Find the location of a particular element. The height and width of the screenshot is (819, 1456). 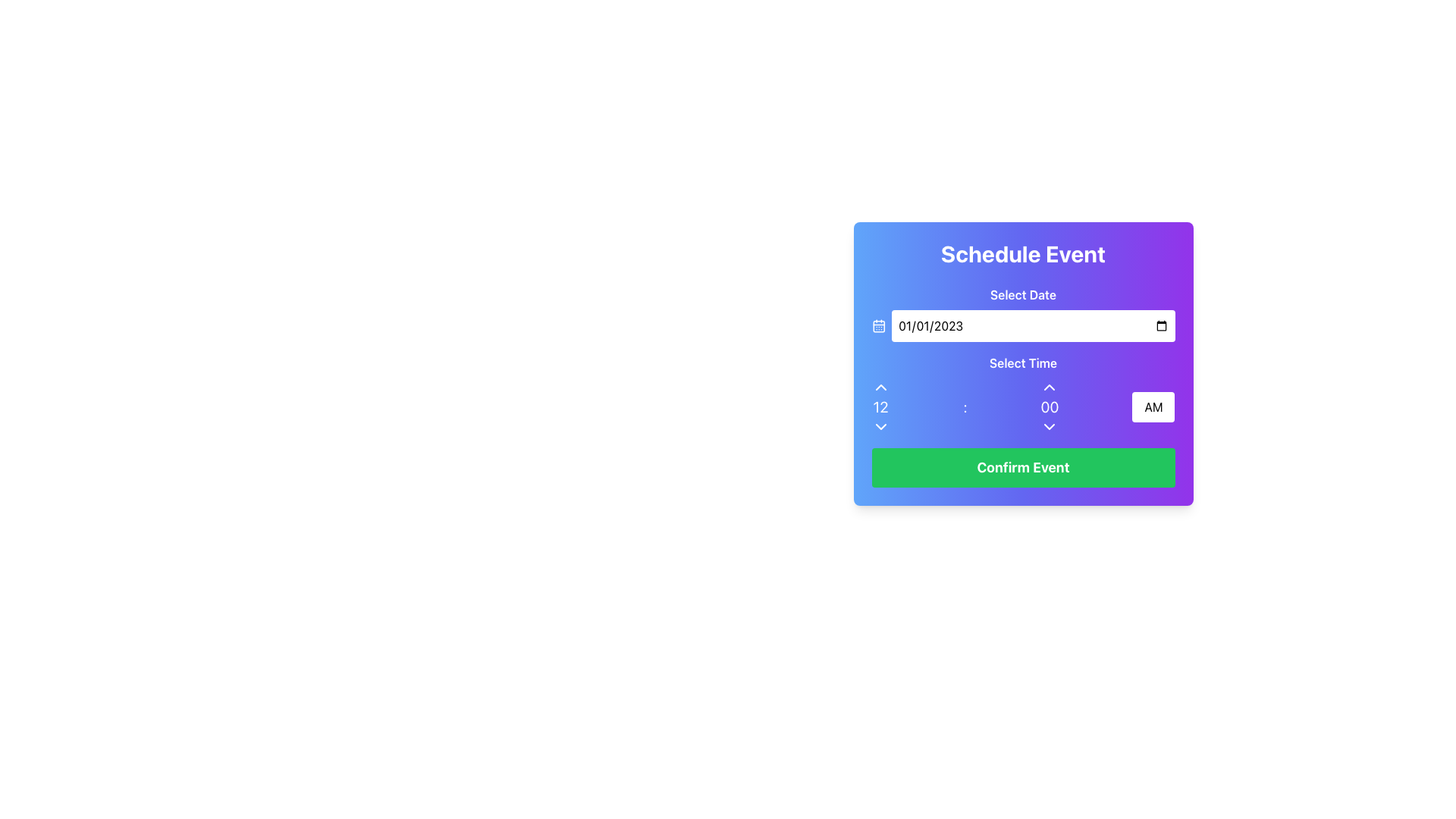

the colon (:) symbol in the time selection field, which is positioned centrally between the hour input field labeled '12' and the minute input field labeled '00' is located at coordinates (964, 406).